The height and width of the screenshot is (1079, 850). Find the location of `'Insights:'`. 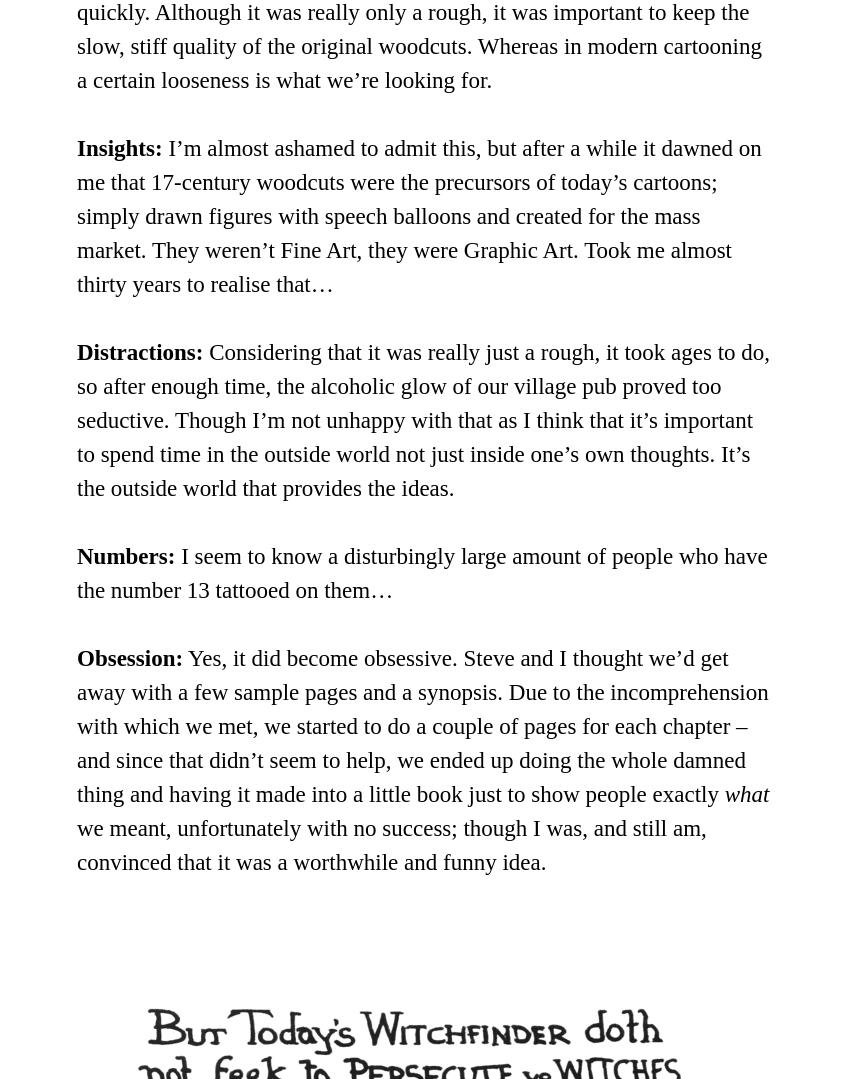

'Insights:' is located at coordinates (118, 147).